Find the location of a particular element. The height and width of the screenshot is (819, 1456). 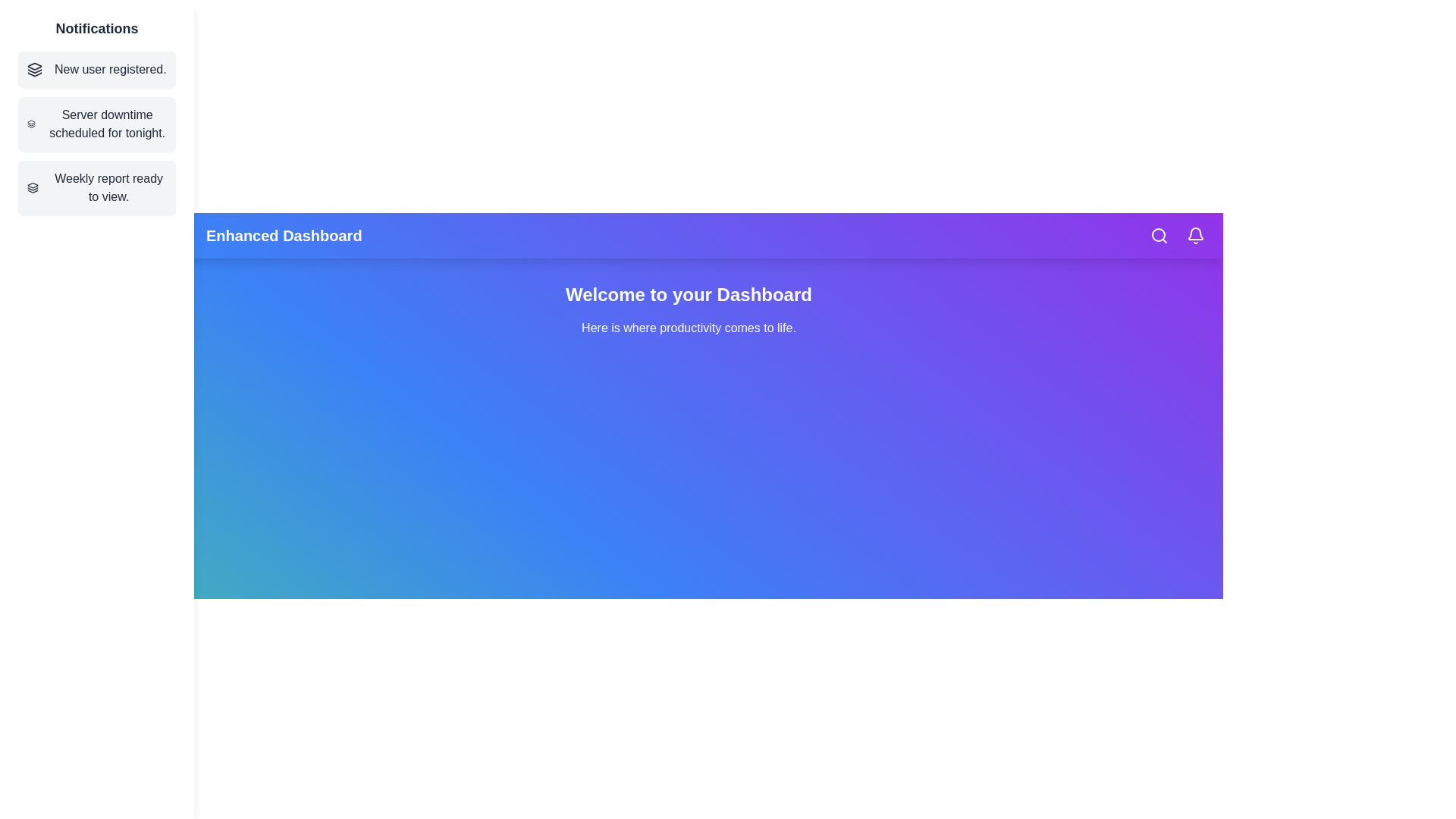

the main content text to interact with it is located at coordinates (688, 309).